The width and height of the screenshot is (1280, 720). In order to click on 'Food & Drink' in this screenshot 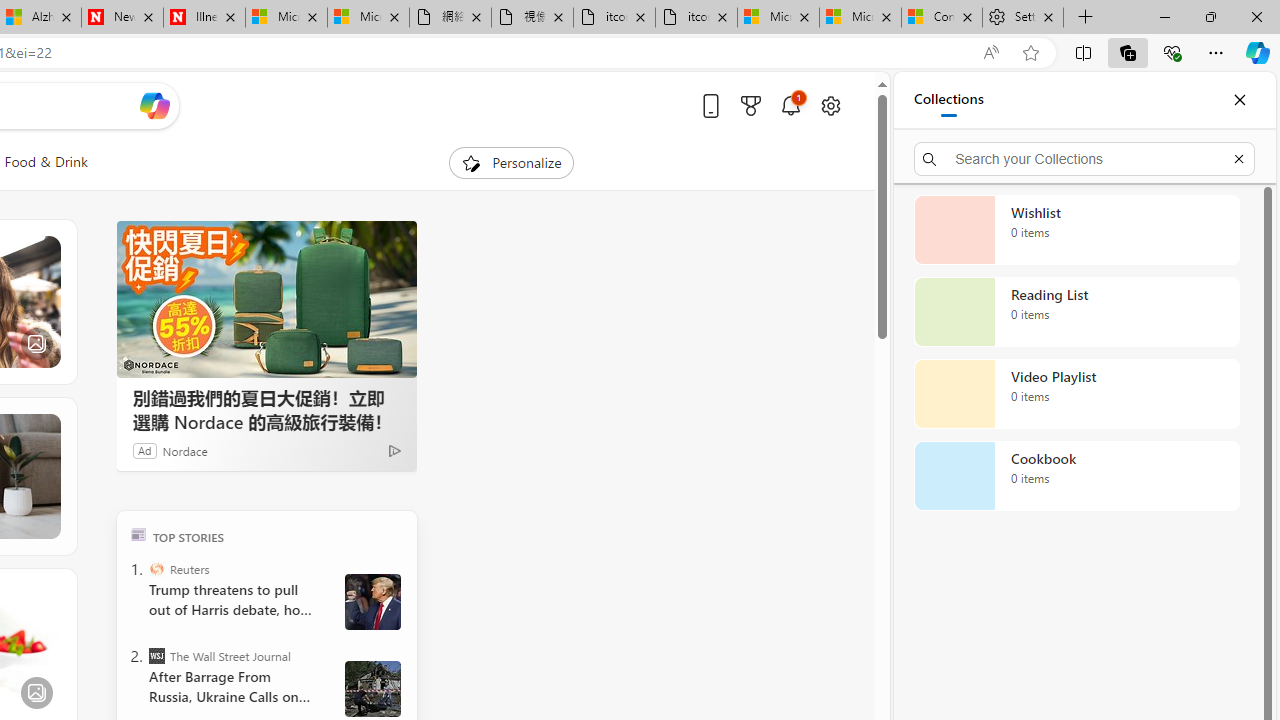, I will do `click(46, 162)`.